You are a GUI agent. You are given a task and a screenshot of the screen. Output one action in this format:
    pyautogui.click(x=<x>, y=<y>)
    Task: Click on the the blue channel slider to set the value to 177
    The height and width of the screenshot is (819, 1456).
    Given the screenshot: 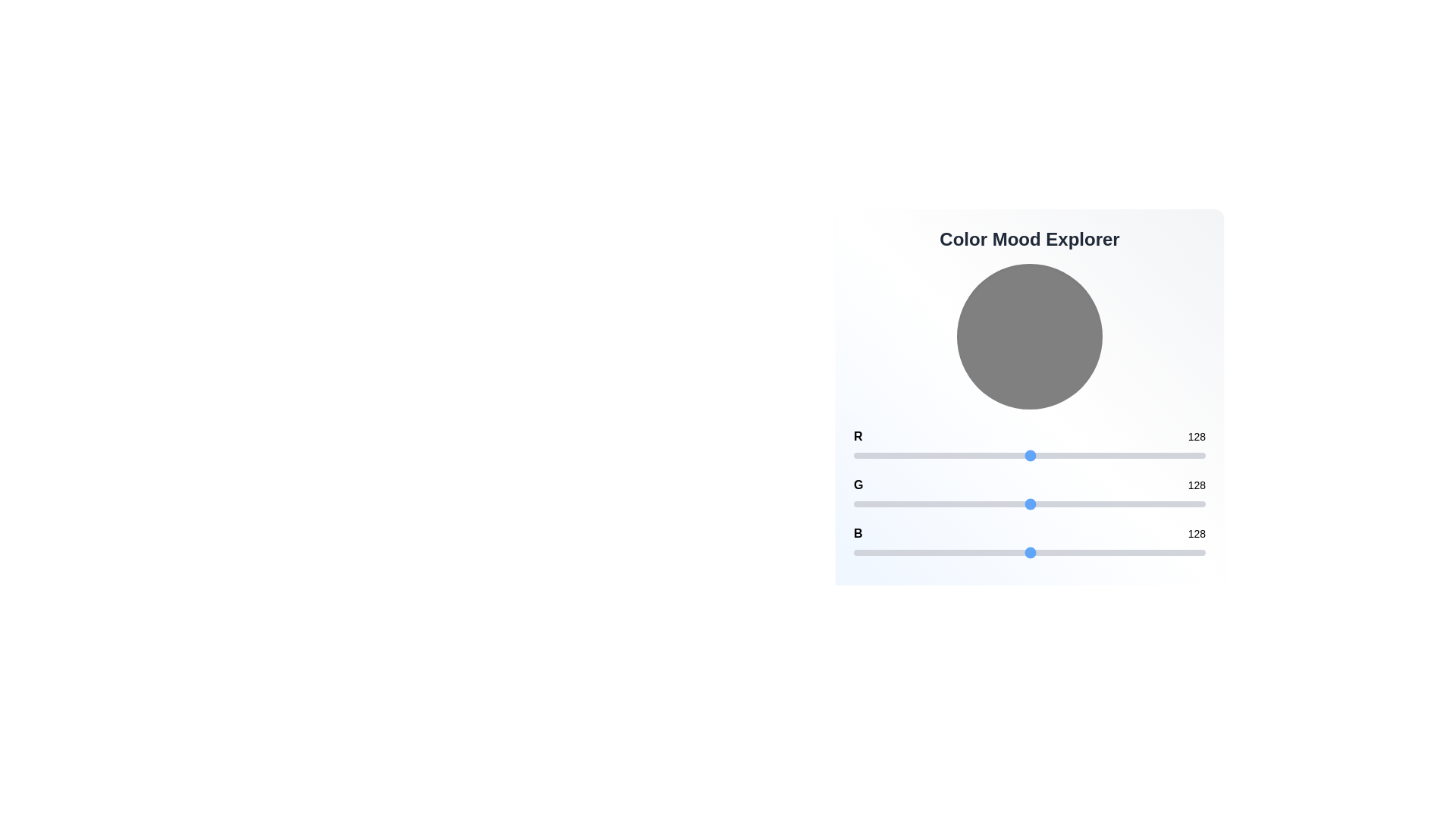 What is the action you would take?
    pyautogui.click(x=1098, y=553)
    